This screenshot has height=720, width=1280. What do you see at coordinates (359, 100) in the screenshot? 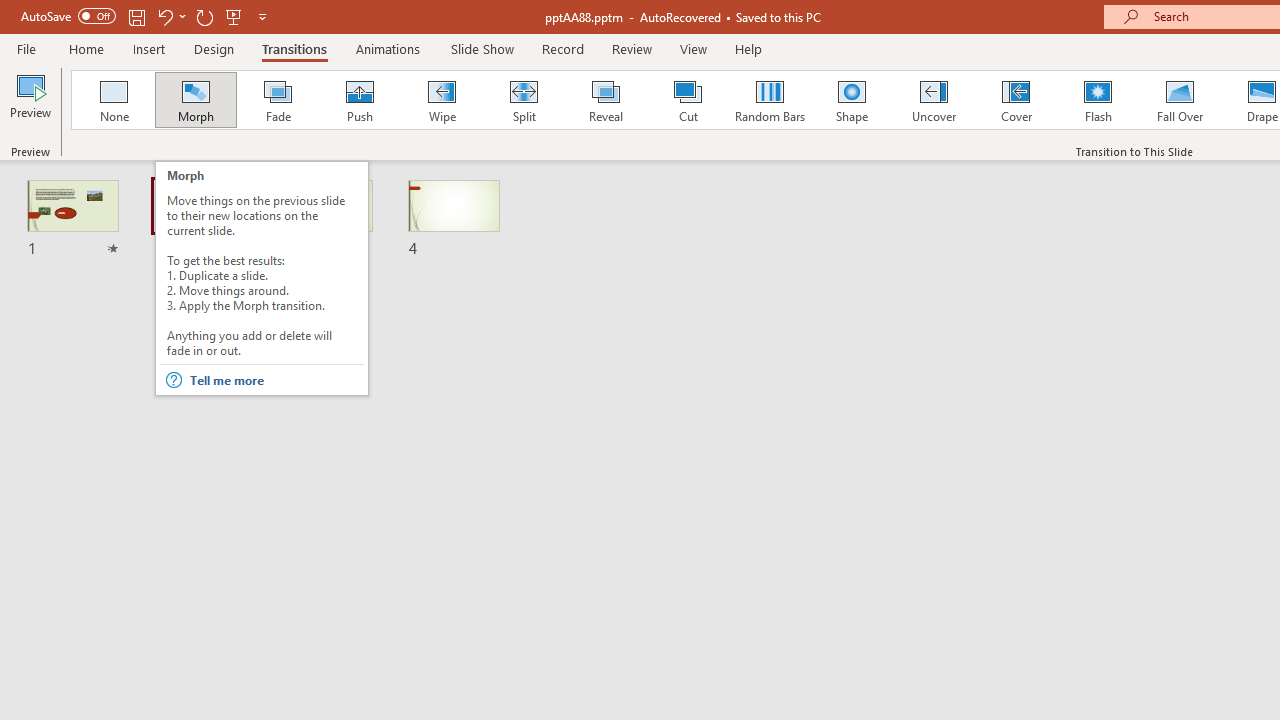
I see `'Push'` at bounding box center [359, 100].